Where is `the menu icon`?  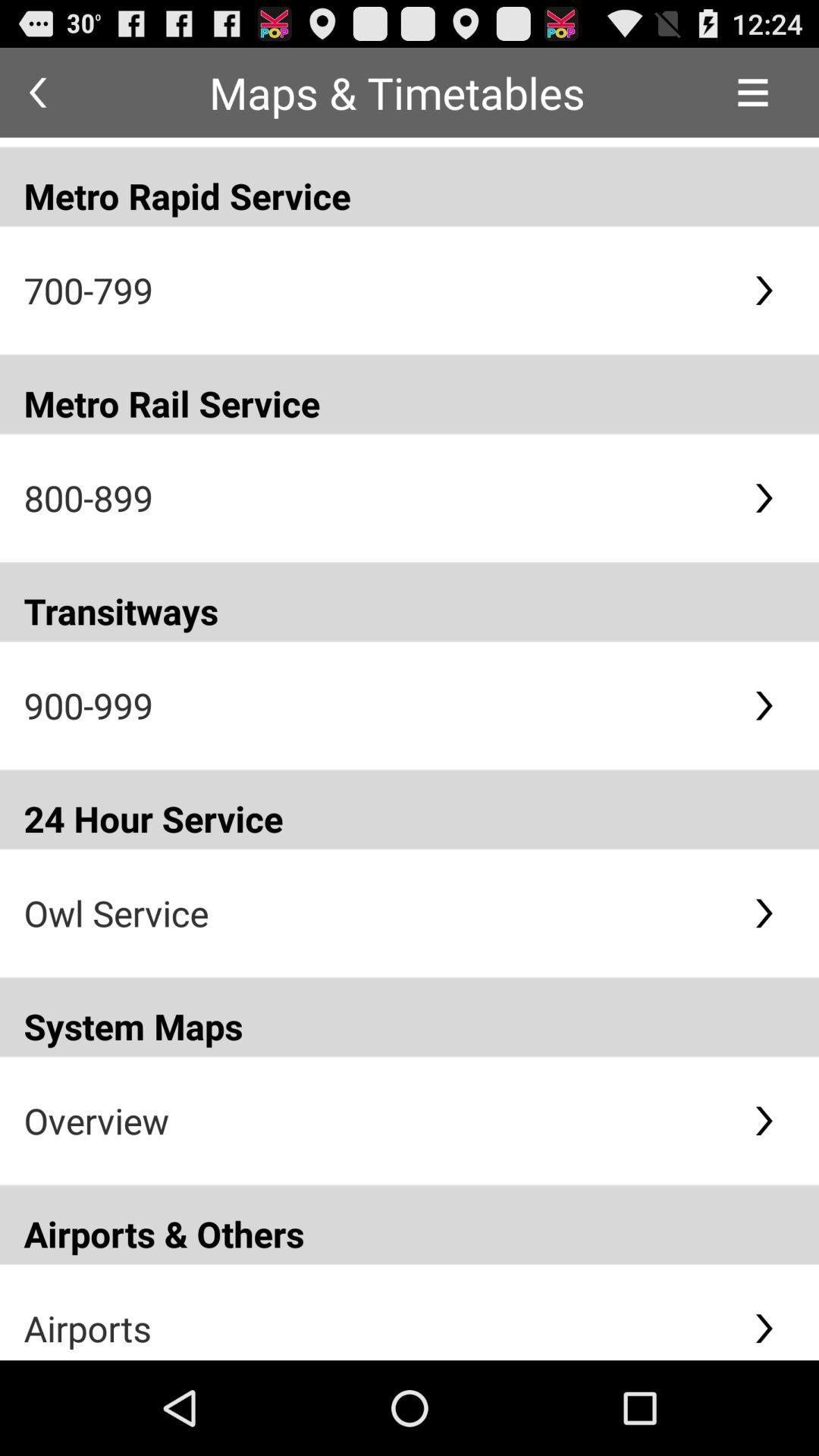
the menu icon is located at coordinates (752, 98).